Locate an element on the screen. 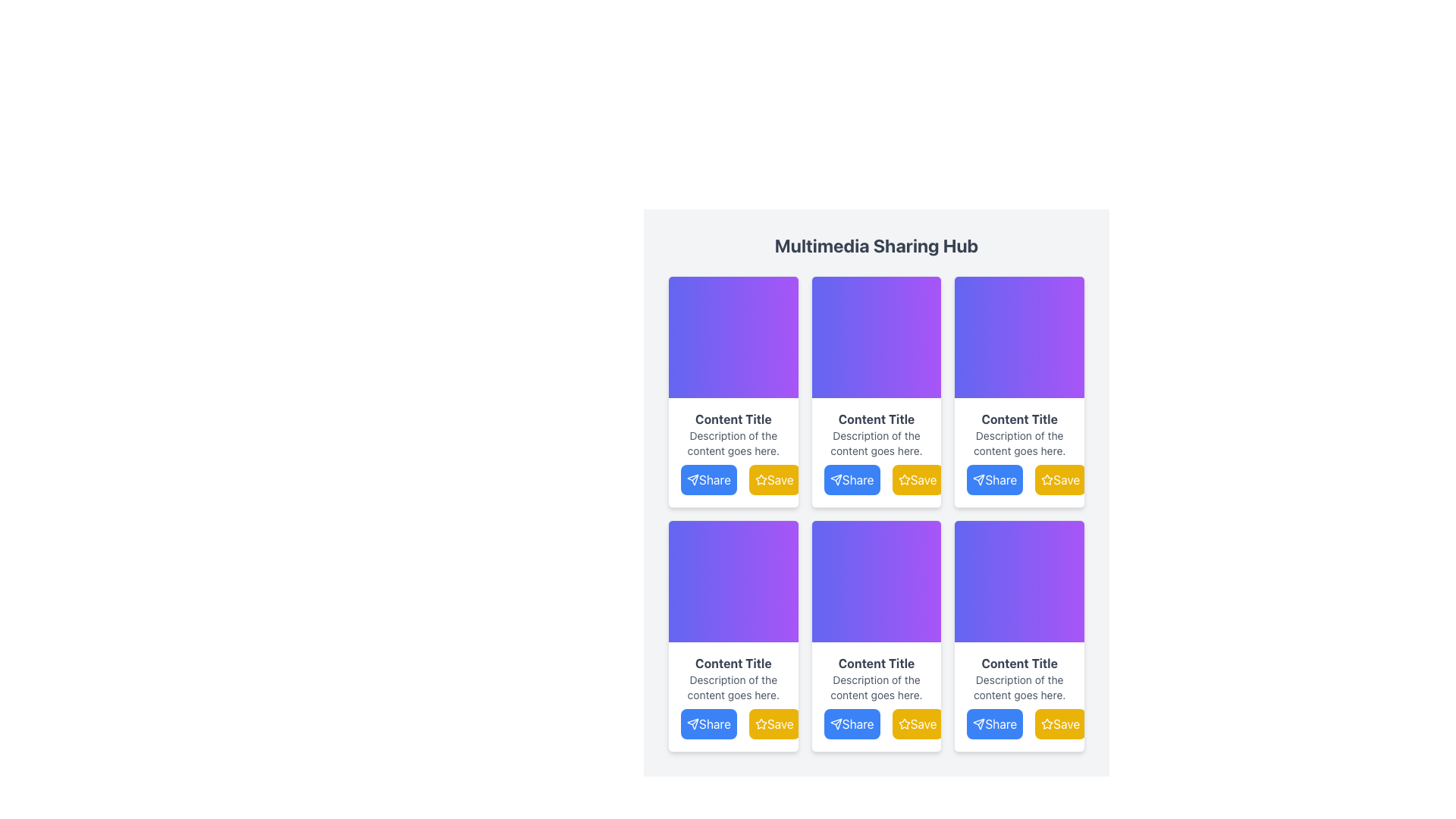 The width and height of the screenshot is (1456, 819). the 'Share' button with a blue background and white text that reads 'Share', which is located to the left of the 'Save' button in a row of options under the content cards is located at coordinates (708, 479).